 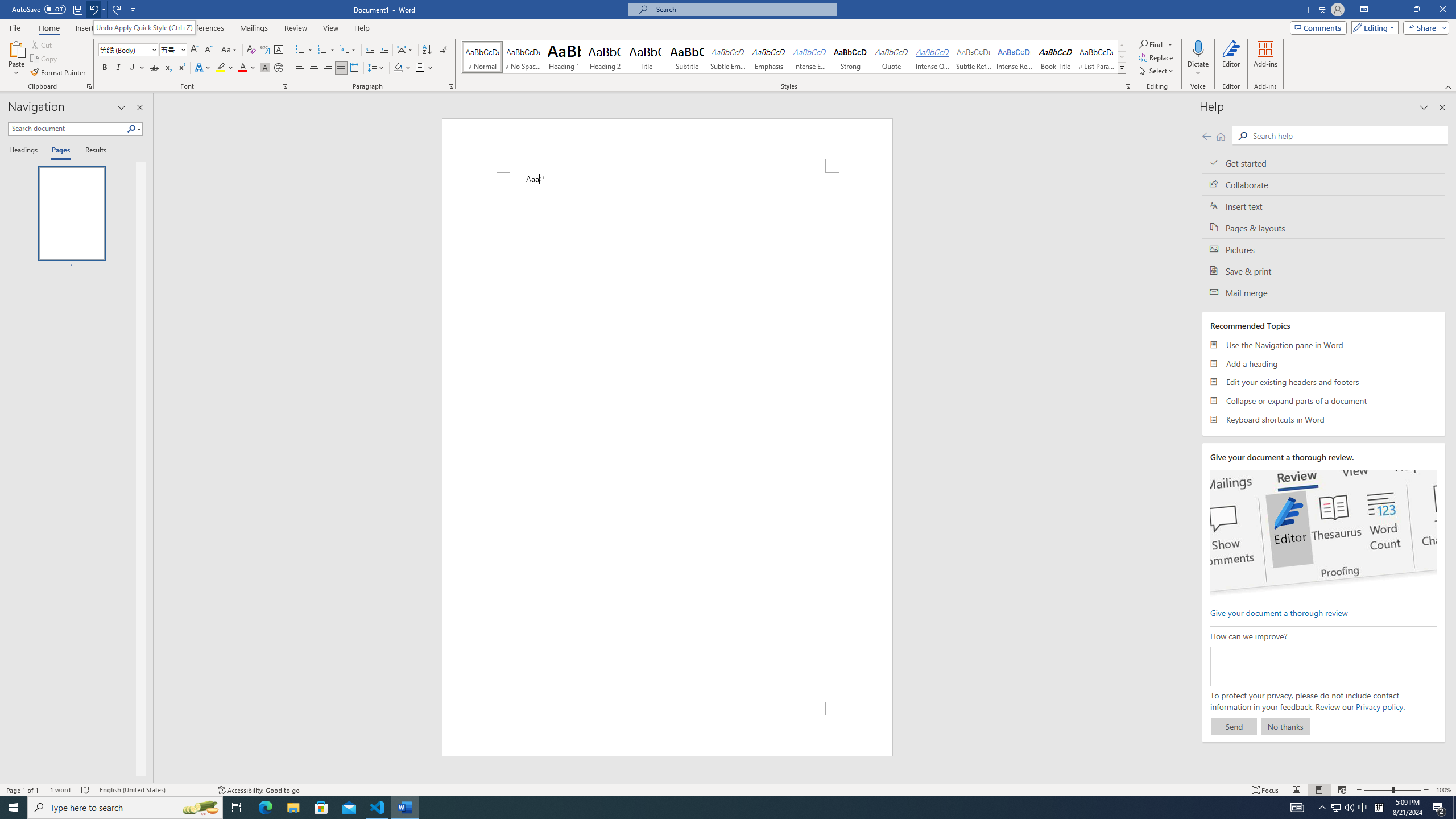 I want to click on 'Accessibility Checker Accessibility: Good to go', so click(x=258, y=790).